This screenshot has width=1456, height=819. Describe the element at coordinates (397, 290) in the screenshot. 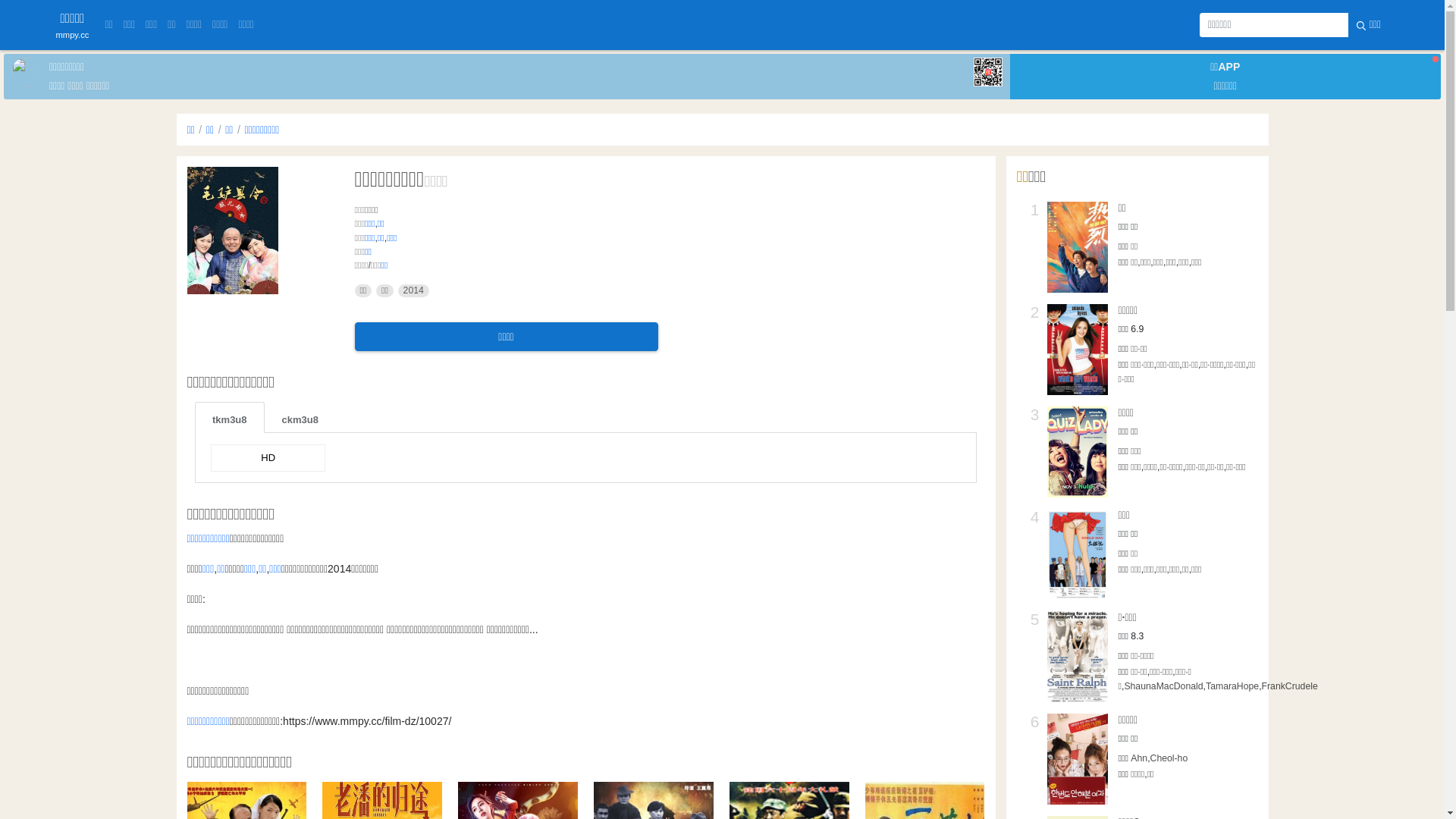

I see `'2014'` at that location.